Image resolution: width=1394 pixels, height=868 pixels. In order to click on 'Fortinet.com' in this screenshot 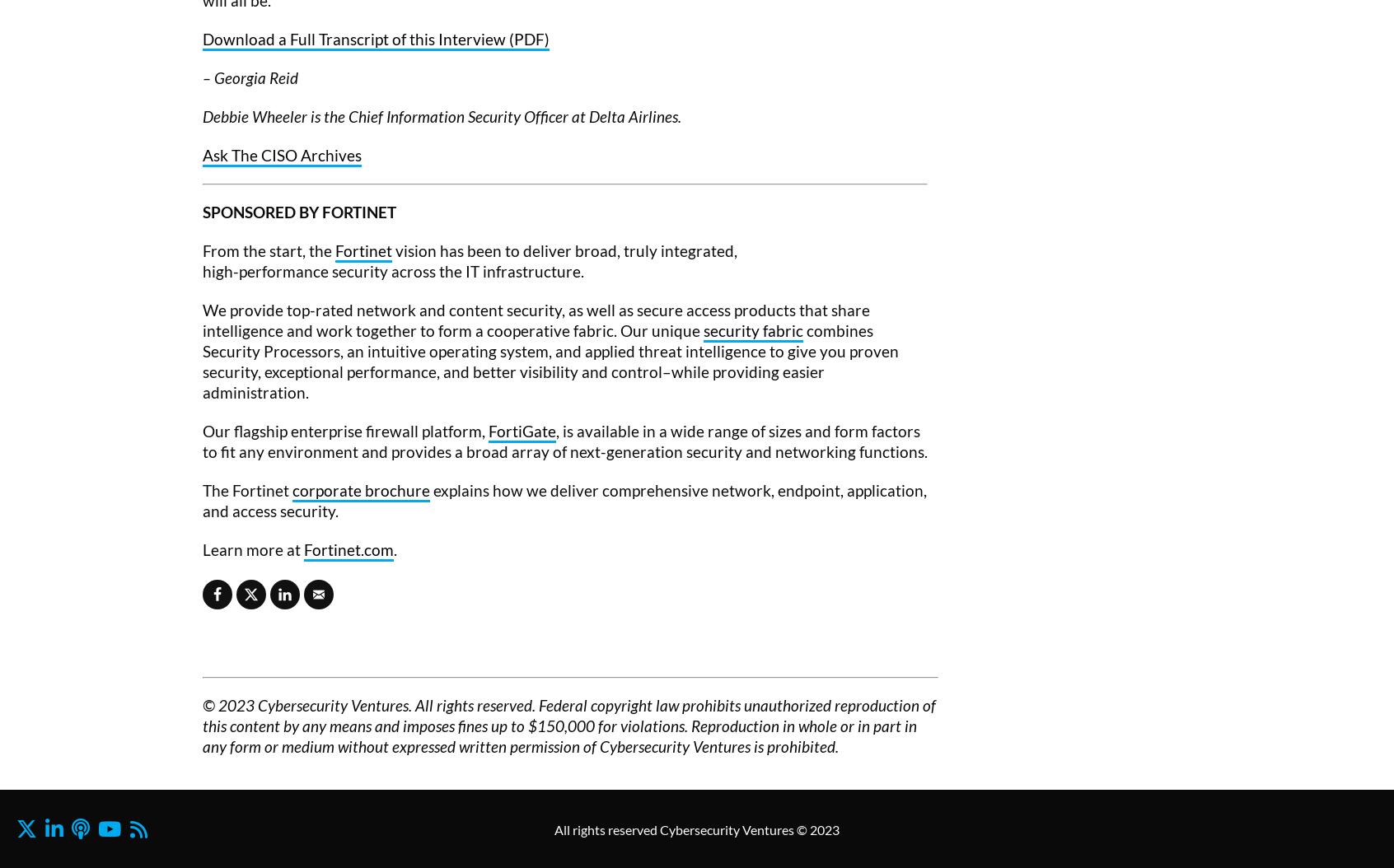, I will do `click(348, 548)`.